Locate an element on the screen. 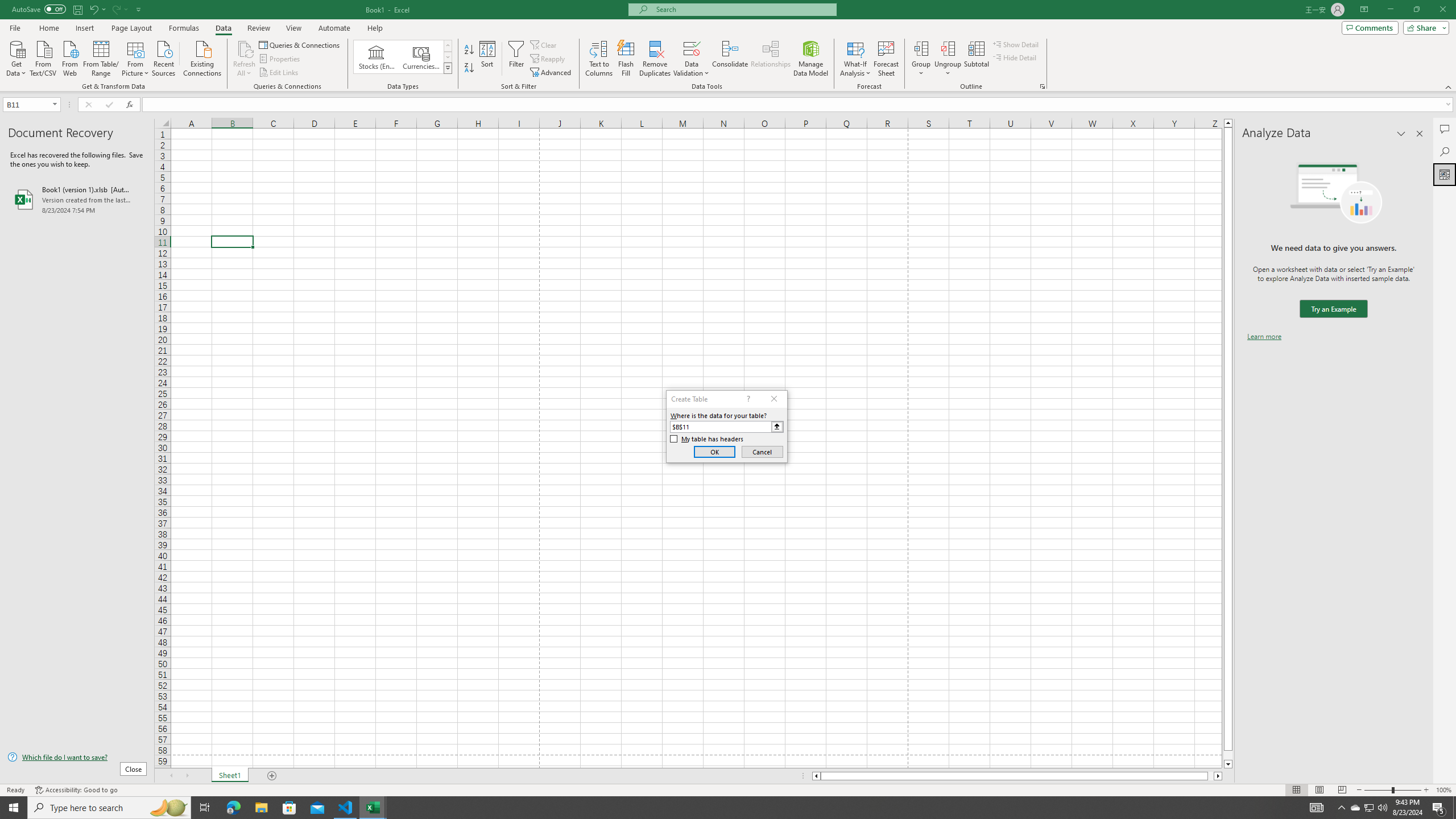  'Consolidate...' is located at coordinates (730, 59).